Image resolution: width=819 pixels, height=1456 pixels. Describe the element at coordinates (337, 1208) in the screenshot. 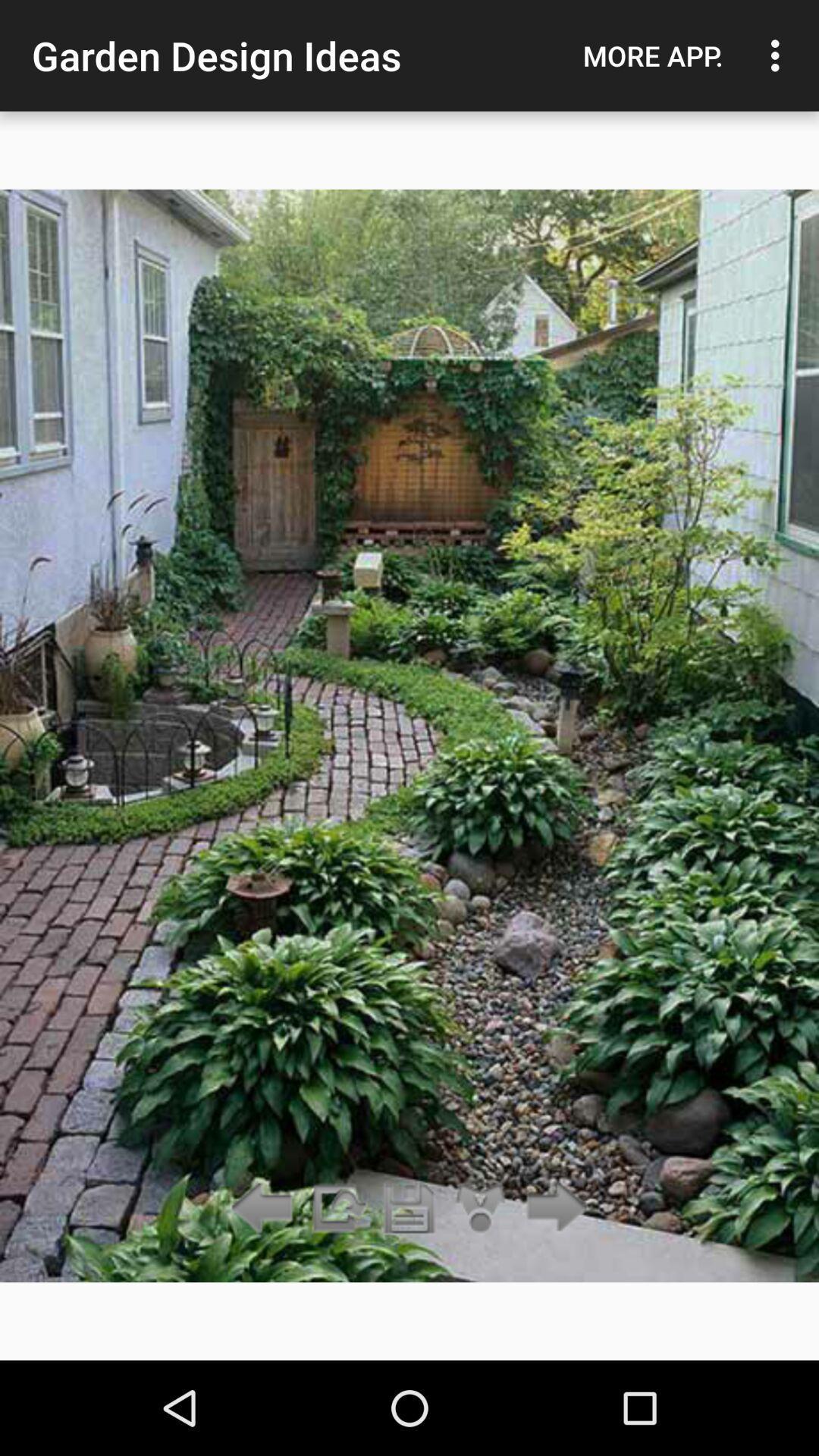

I see `the item below the garden design ideas icon` at that location.